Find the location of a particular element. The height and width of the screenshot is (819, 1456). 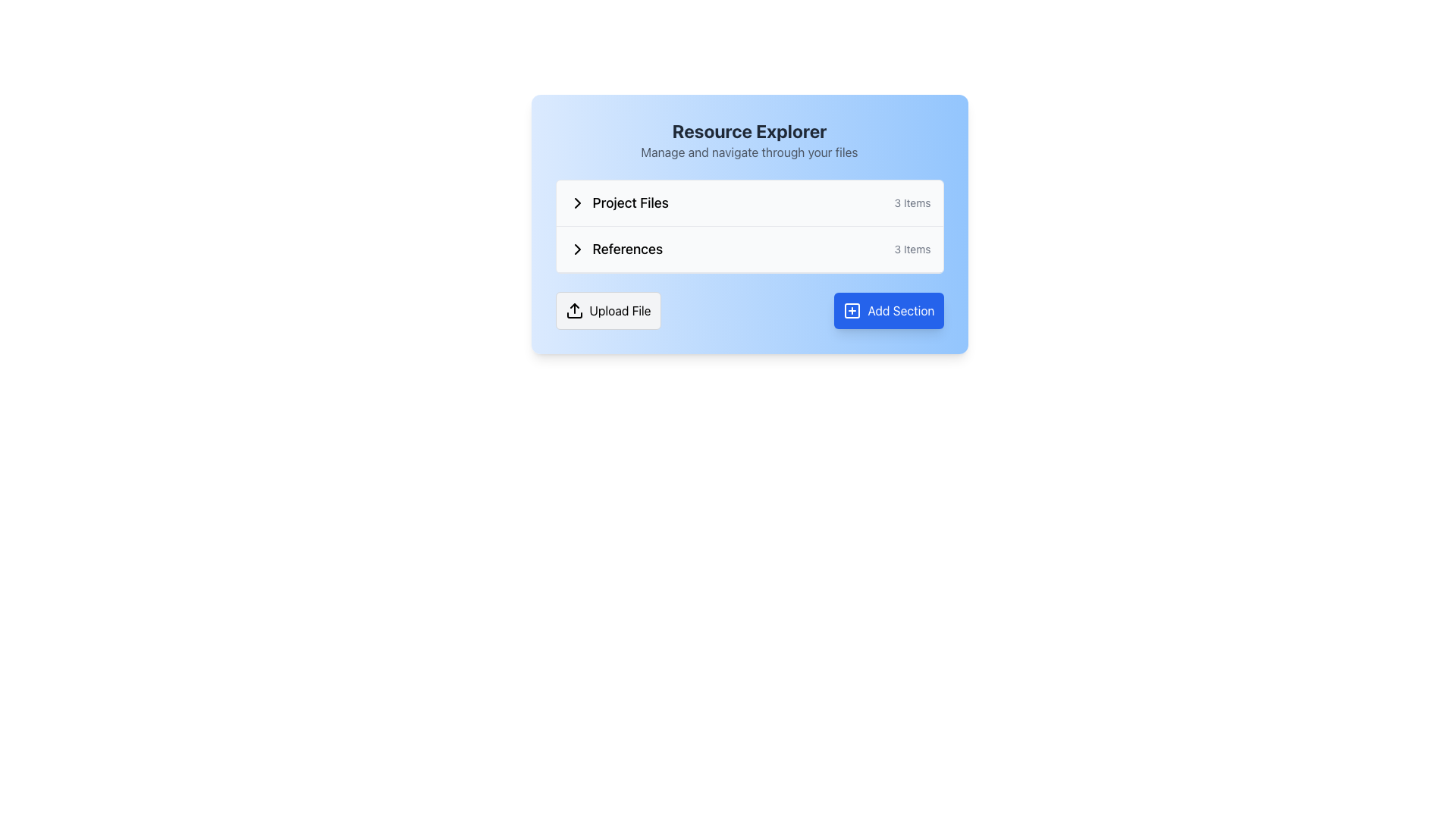

the 'Project Files' text label with icon located in the first row of the Resource Explorer interface is located at coordinates (618, 202).